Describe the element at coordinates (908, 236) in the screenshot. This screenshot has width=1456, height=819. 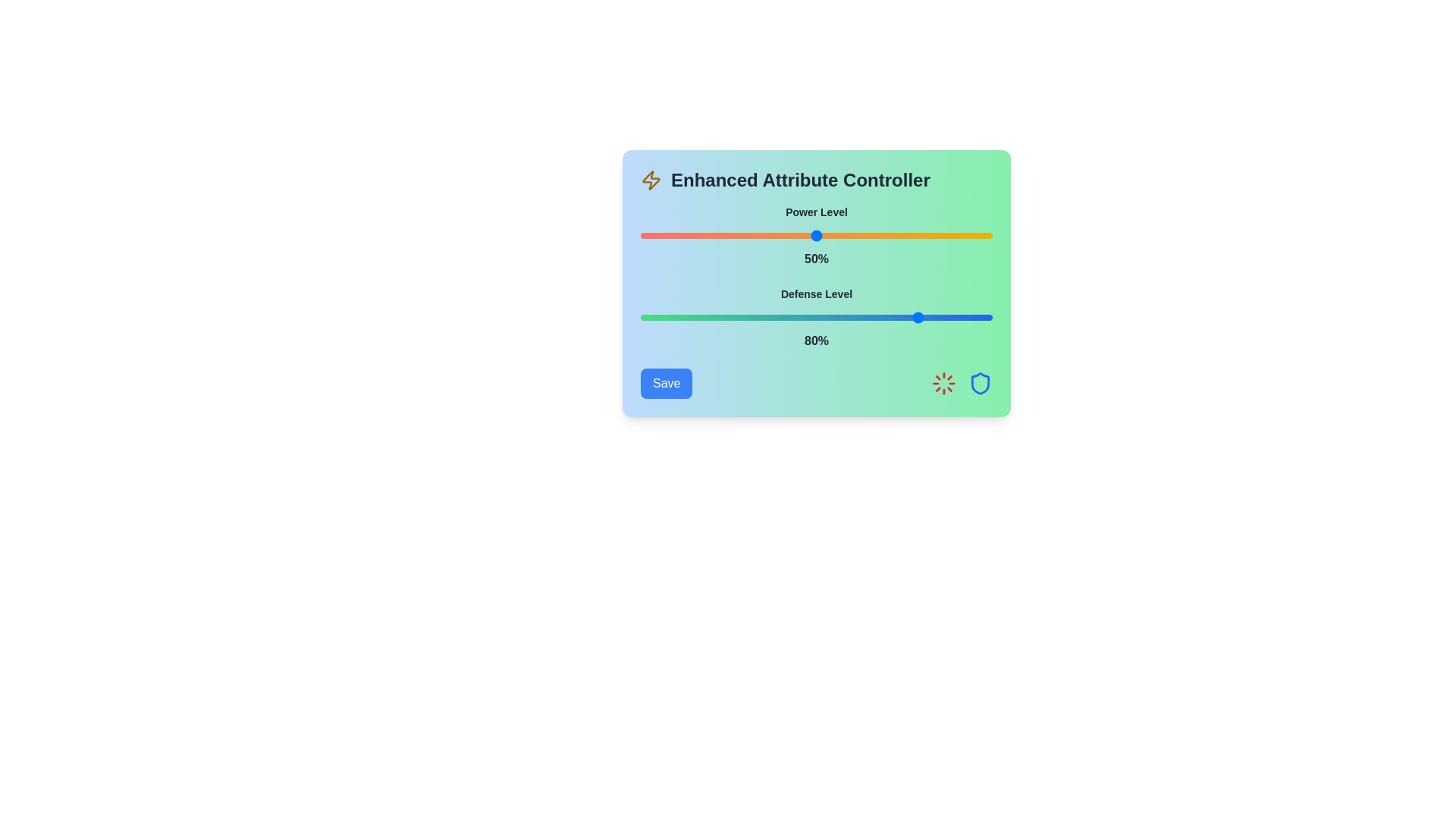
I see `the Power Level slider to 76%` at that location.